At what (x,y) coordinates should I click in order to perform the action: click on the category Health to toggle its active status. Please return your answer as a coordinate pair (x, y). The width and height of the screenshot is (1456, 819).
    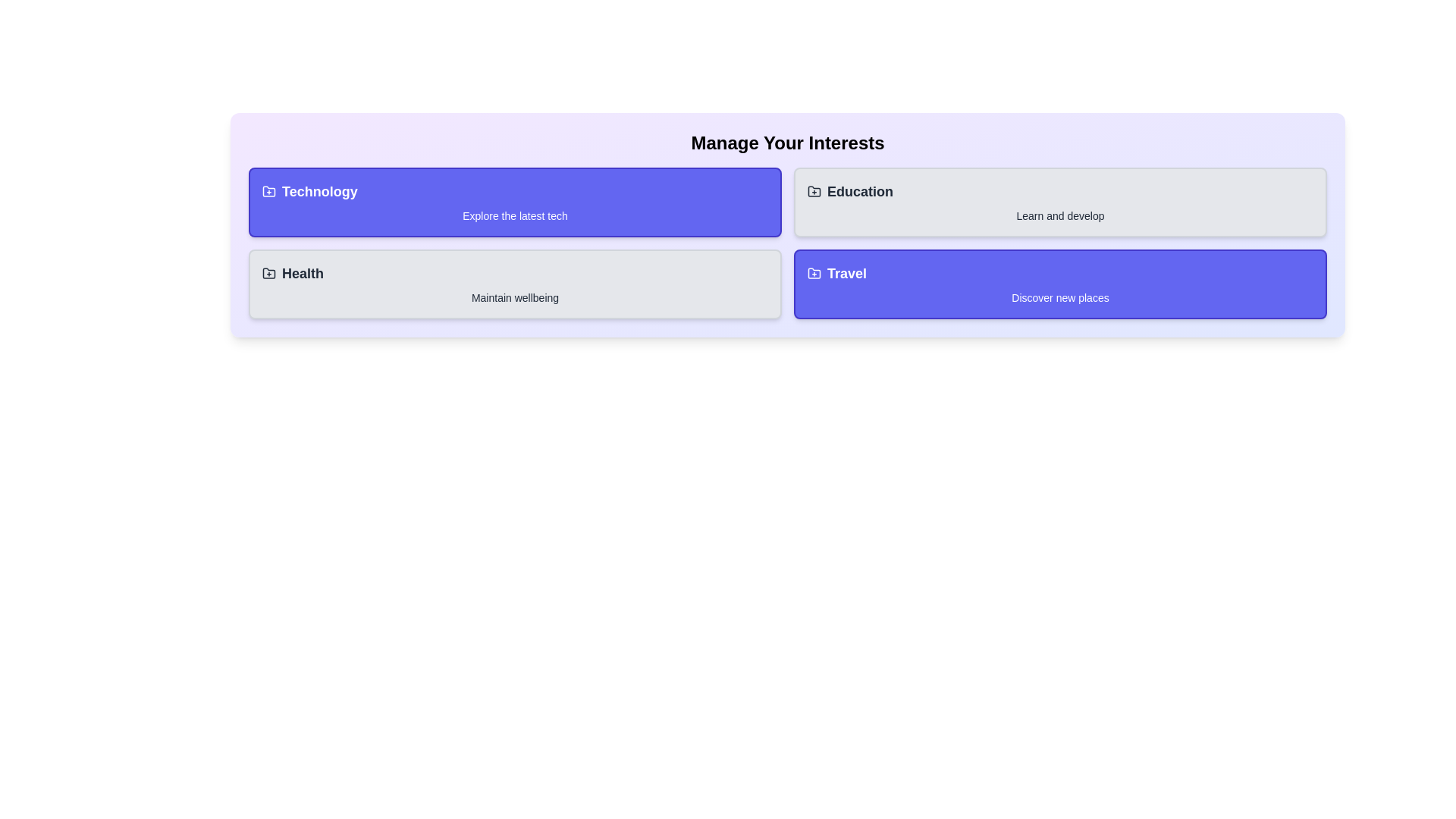
    Looking at the image, I should click on (515, 284).